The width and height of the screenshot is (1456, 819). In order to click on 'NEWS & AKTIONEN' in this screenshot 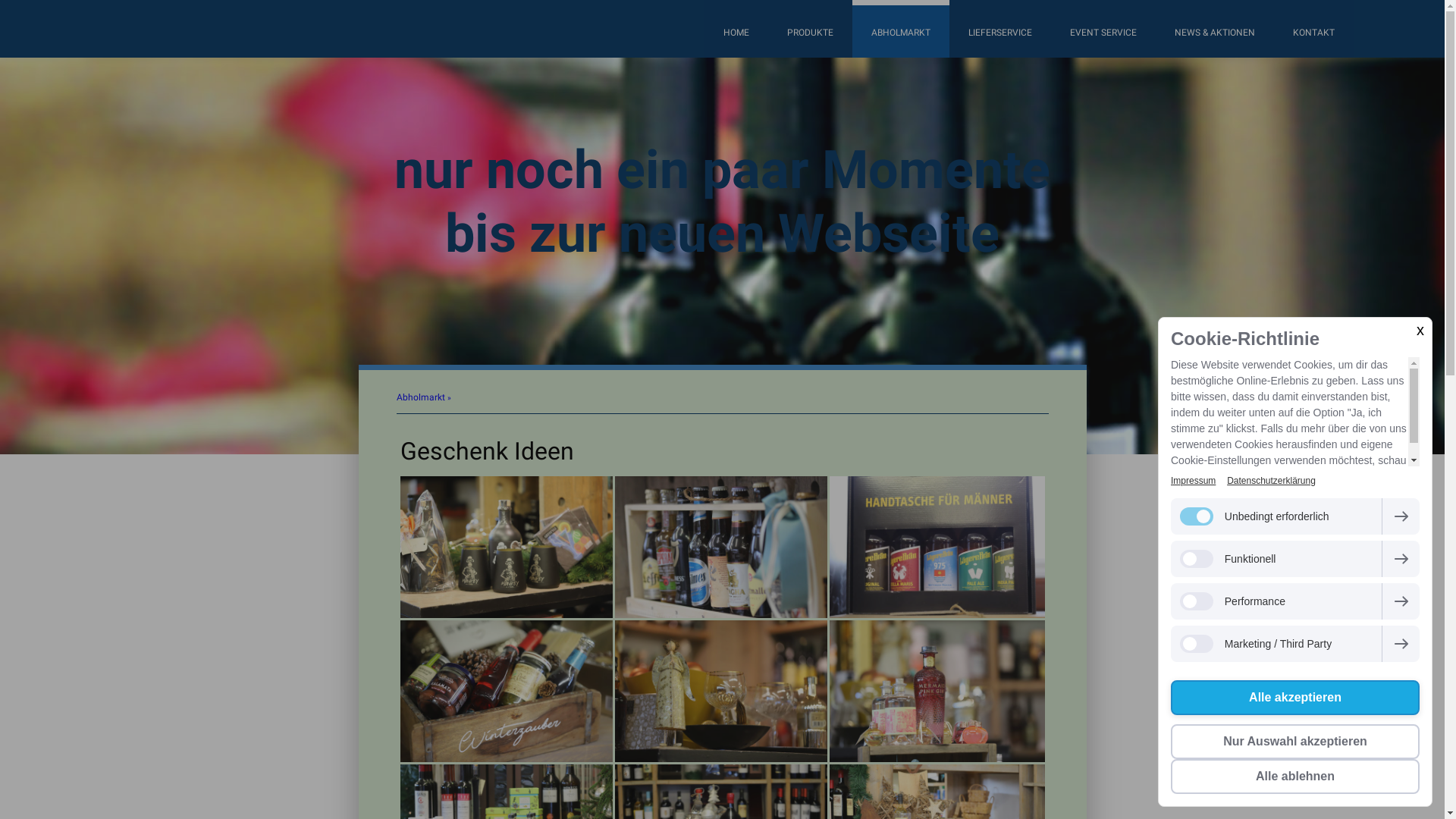, I will do `click(1215, 29)`.